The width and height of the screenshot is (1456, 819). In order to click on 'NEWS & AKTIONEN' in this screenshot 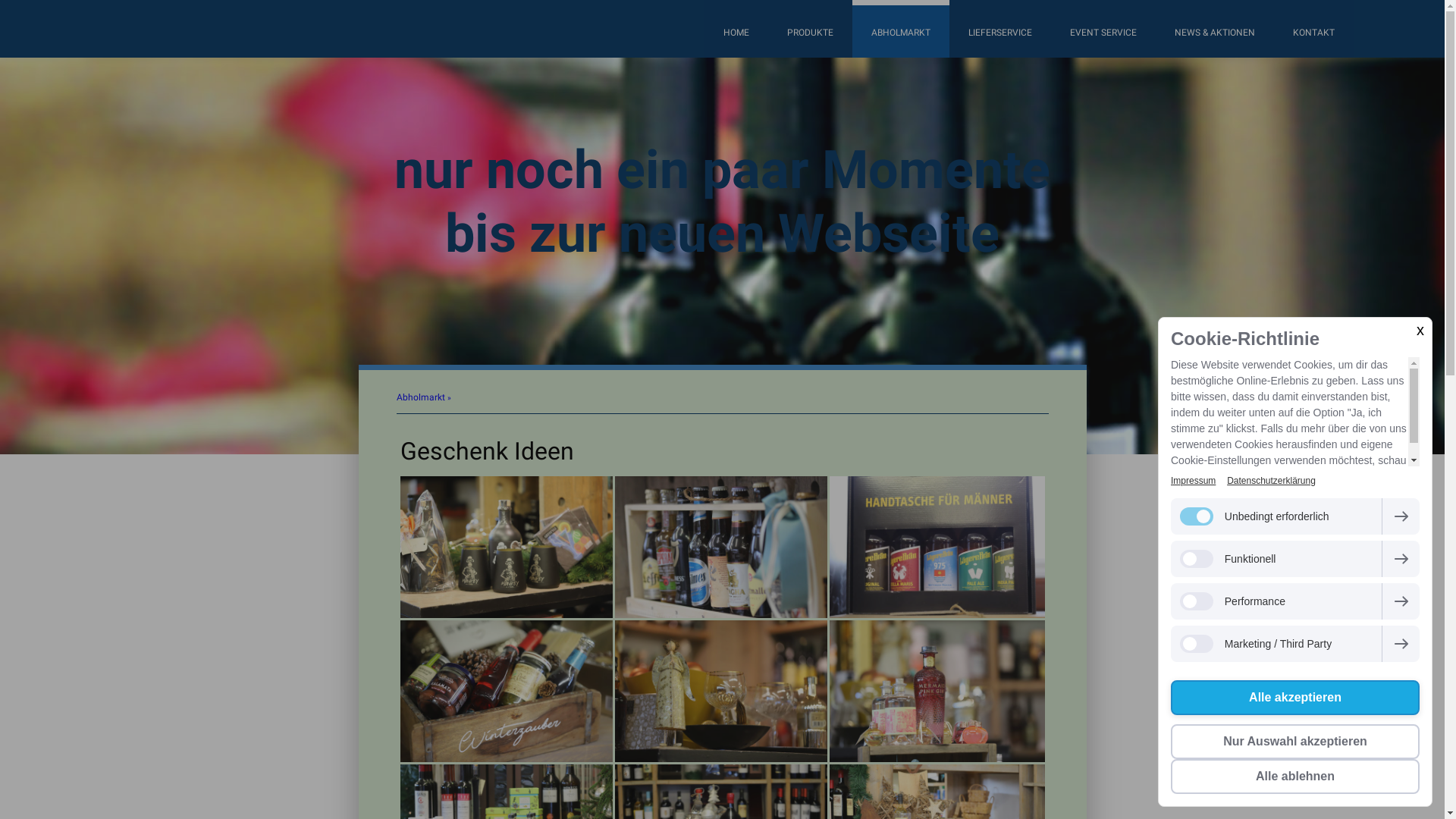, I will do `click(1215, 29)`.